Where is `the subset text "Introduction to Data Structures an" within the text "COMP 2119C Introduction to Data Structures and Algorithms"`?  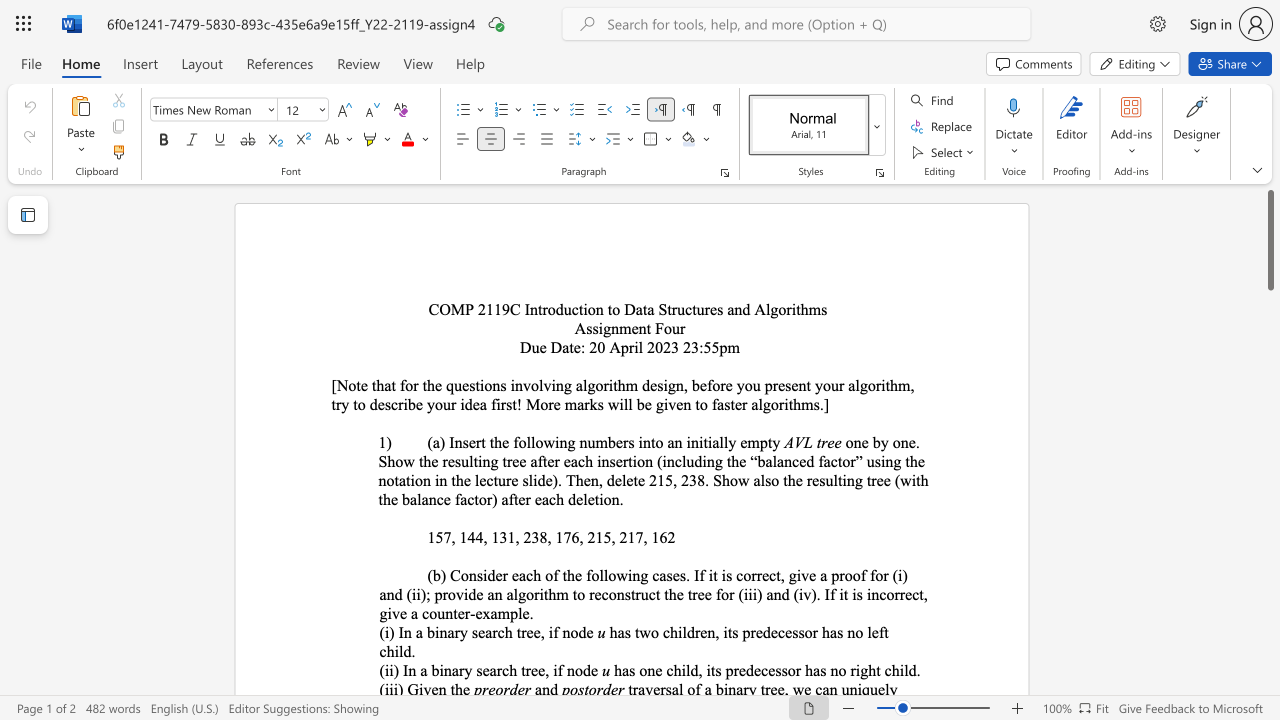
the subset text "Introduction to Data Structures an" within the text "COMP 2119C Introduction to Data Structures and Algorithms" is located at coordinates (524, 309).